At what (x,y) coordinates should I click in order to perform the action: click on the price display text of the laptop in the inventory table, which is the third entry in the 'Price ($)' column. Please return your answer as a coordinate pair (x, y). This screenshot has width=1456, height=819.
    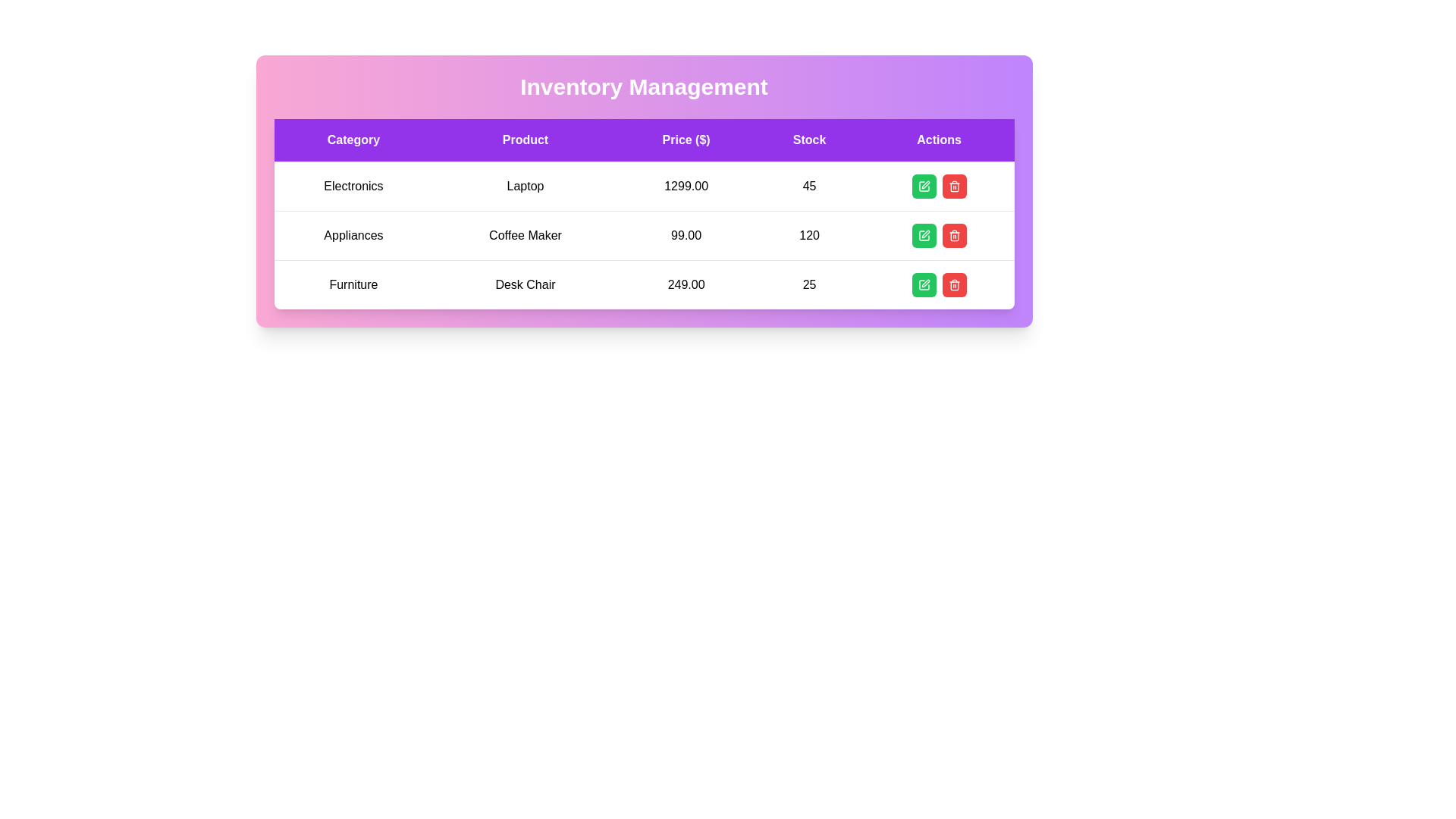
    Looking at the image, I should click on (686, 186).